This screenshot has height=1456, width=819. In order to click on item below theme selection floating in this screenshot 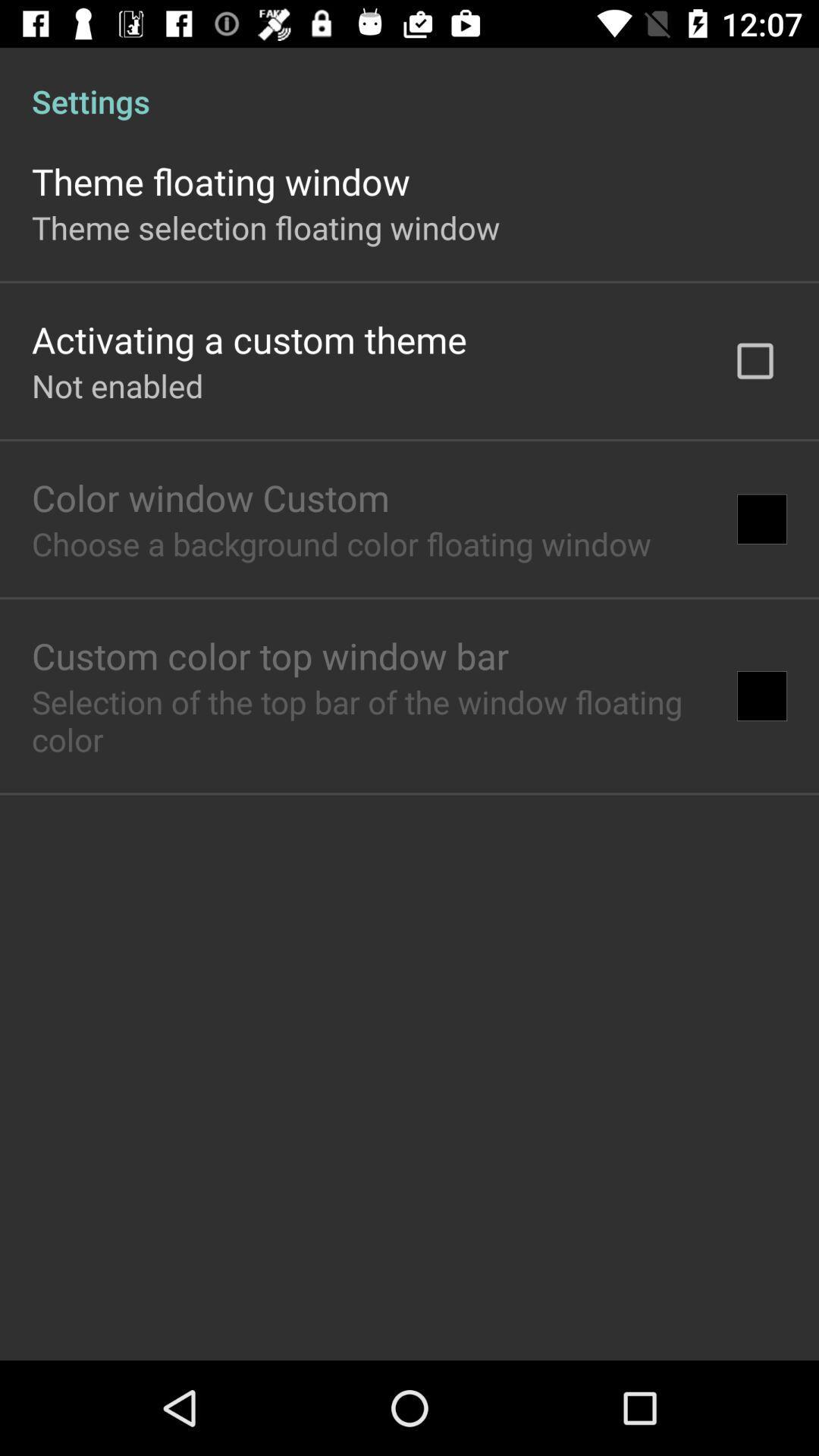, I will do `click(248, 338)`.